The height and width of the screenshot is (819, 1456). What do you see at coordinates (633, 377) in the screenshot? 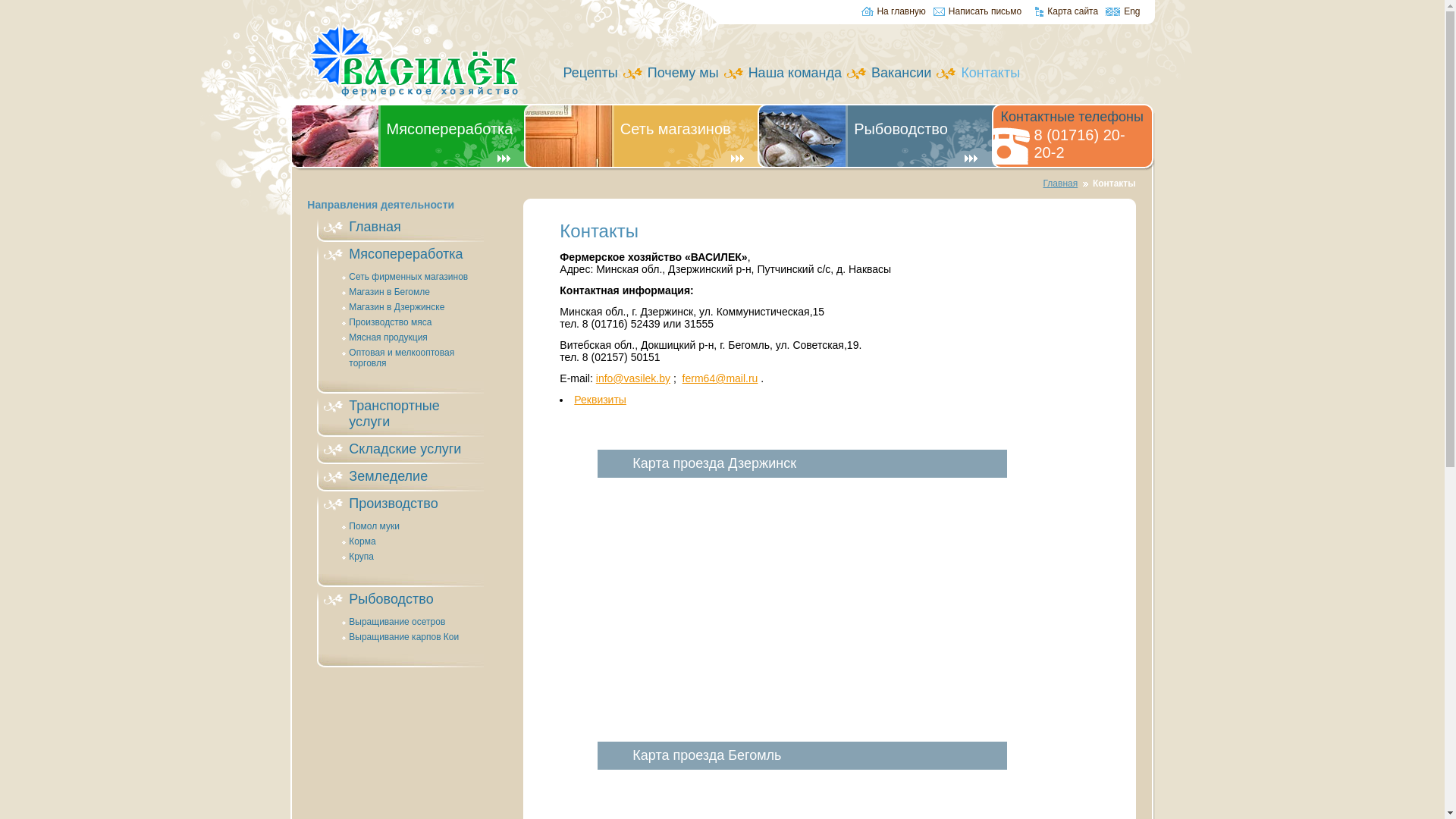
I see `'info@vasilek.by'` at bounding box center [633, 377].